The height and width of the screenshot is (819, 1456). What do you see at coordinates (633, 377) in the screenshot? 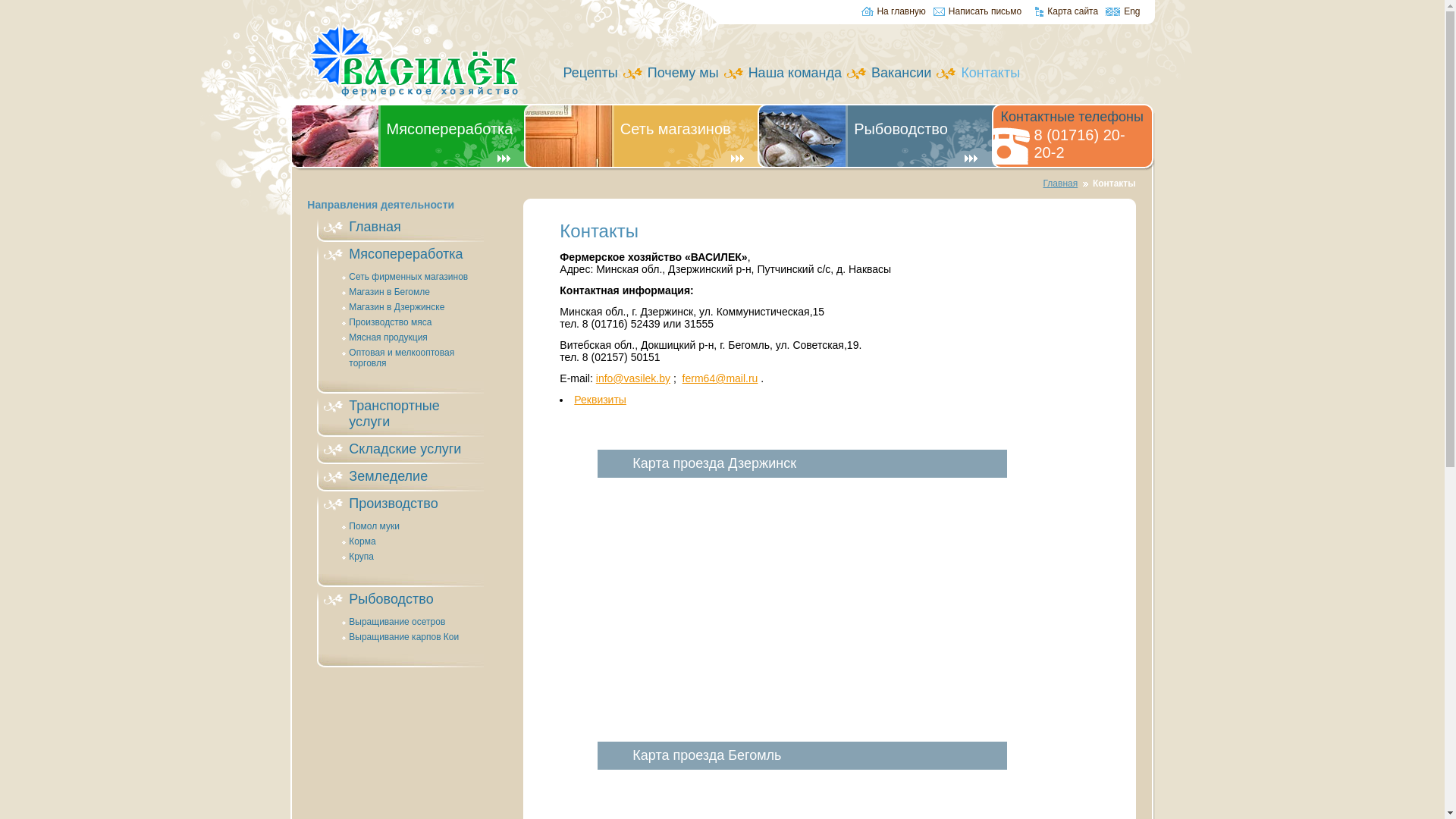
I see `'info@vasilek.by'` at bounding box center [633, 377].